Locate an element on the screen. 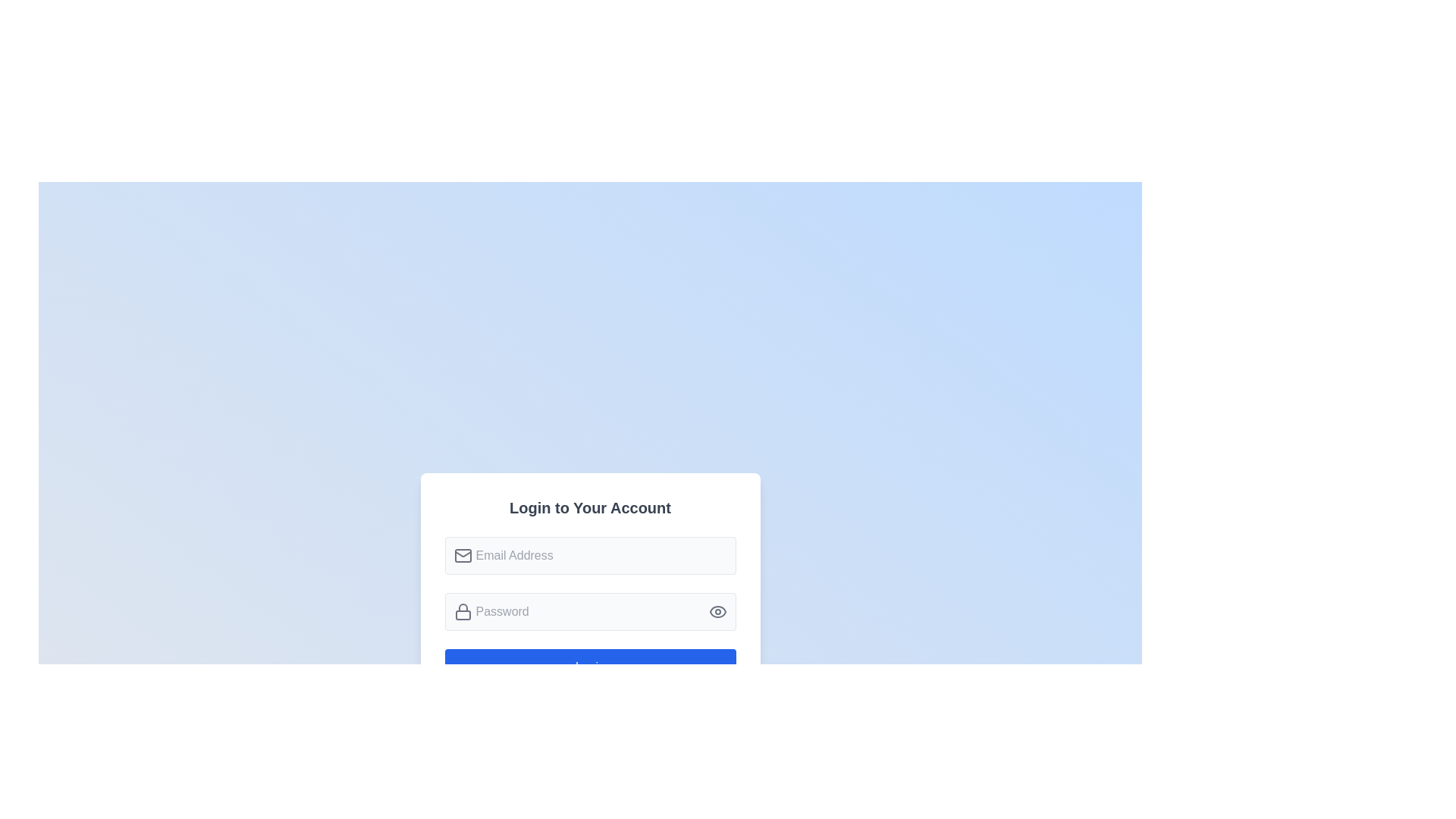 The height and width of the screenshot is (819, 1456). the base rectangle of the lock icon, which symbolizes security and is located near the password input field is located at coordinates (462, 615).